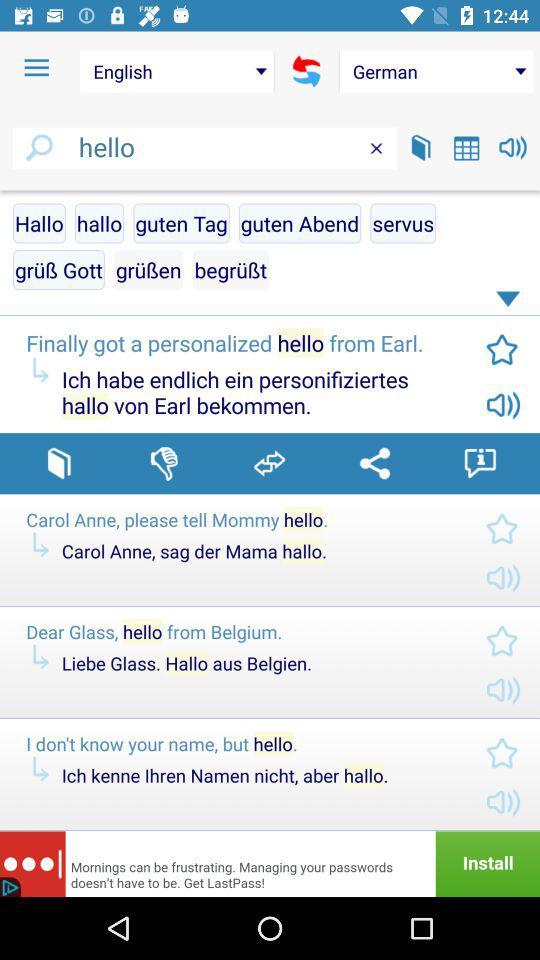 This screenshot has width=540, height=960. I want to click on abrir mais opes, so click(511, 303).